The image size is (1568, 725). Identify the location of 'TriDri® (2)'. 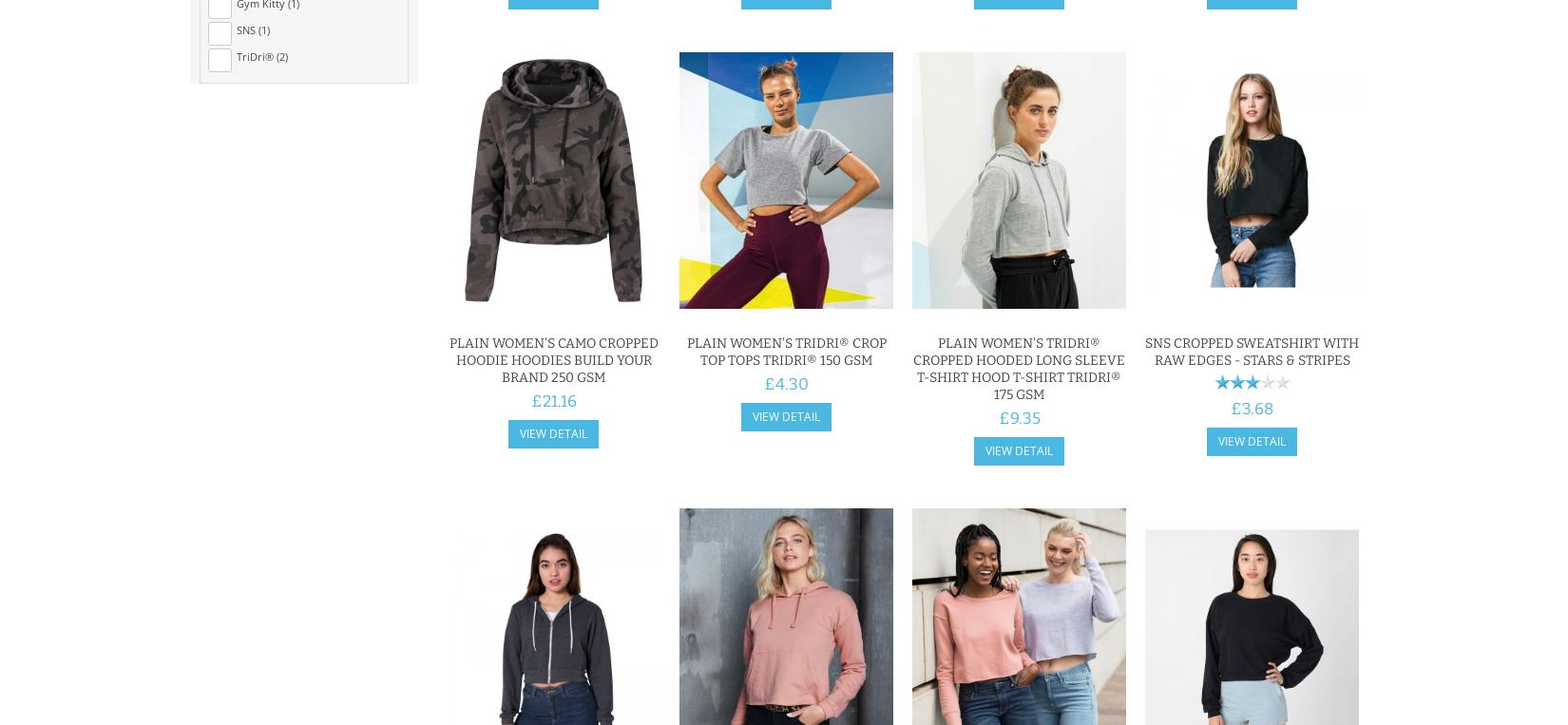
(262, 55).